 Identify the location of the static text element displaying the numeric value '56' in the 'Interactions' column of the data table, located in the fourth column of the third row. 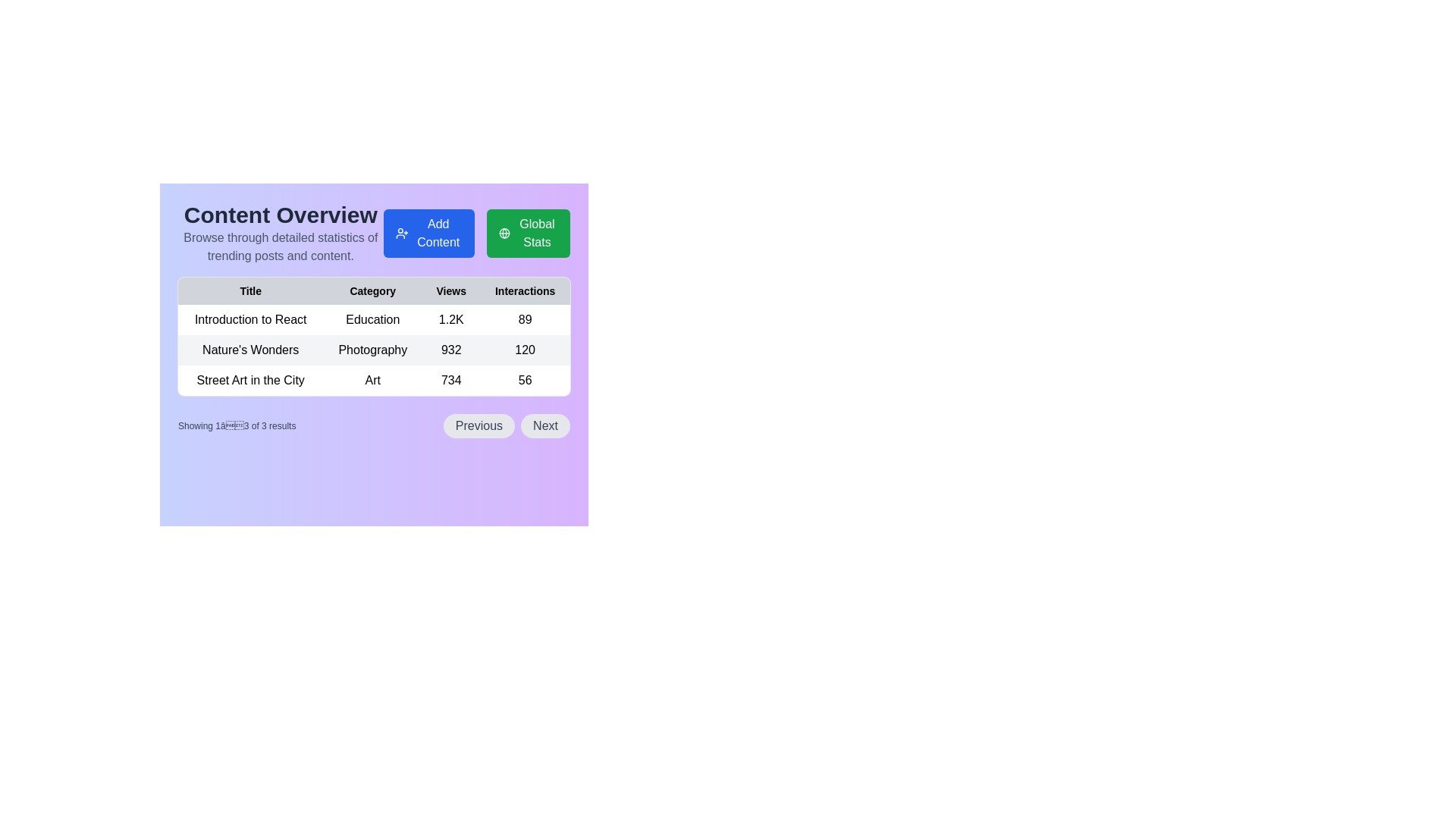
(525, 379).